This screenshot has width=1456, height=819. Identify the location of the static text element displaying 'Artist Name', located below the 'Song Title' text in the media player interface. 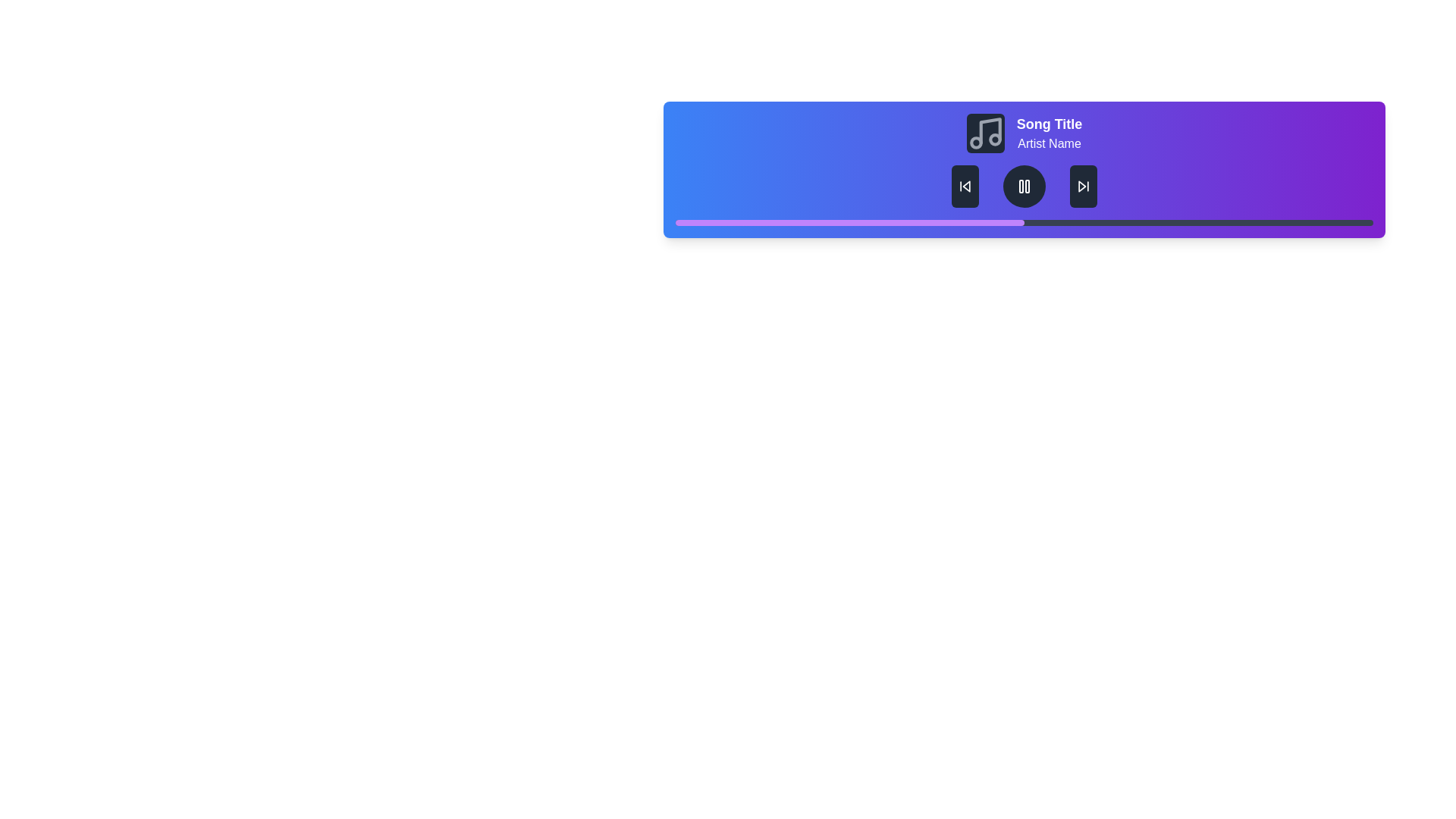
(1048, 143).